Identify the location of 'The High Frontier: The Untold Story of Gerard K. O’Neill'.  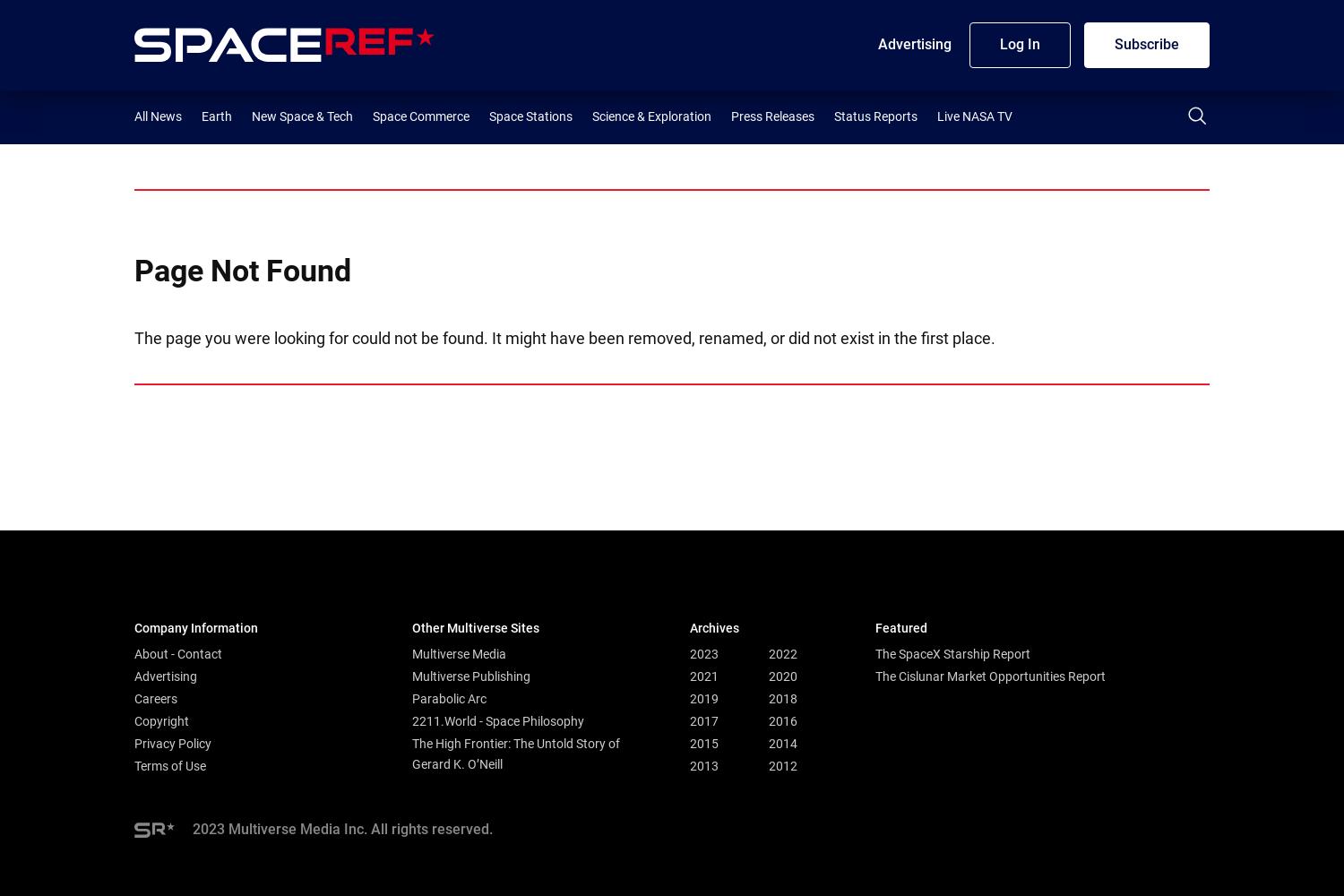
(515, 753).